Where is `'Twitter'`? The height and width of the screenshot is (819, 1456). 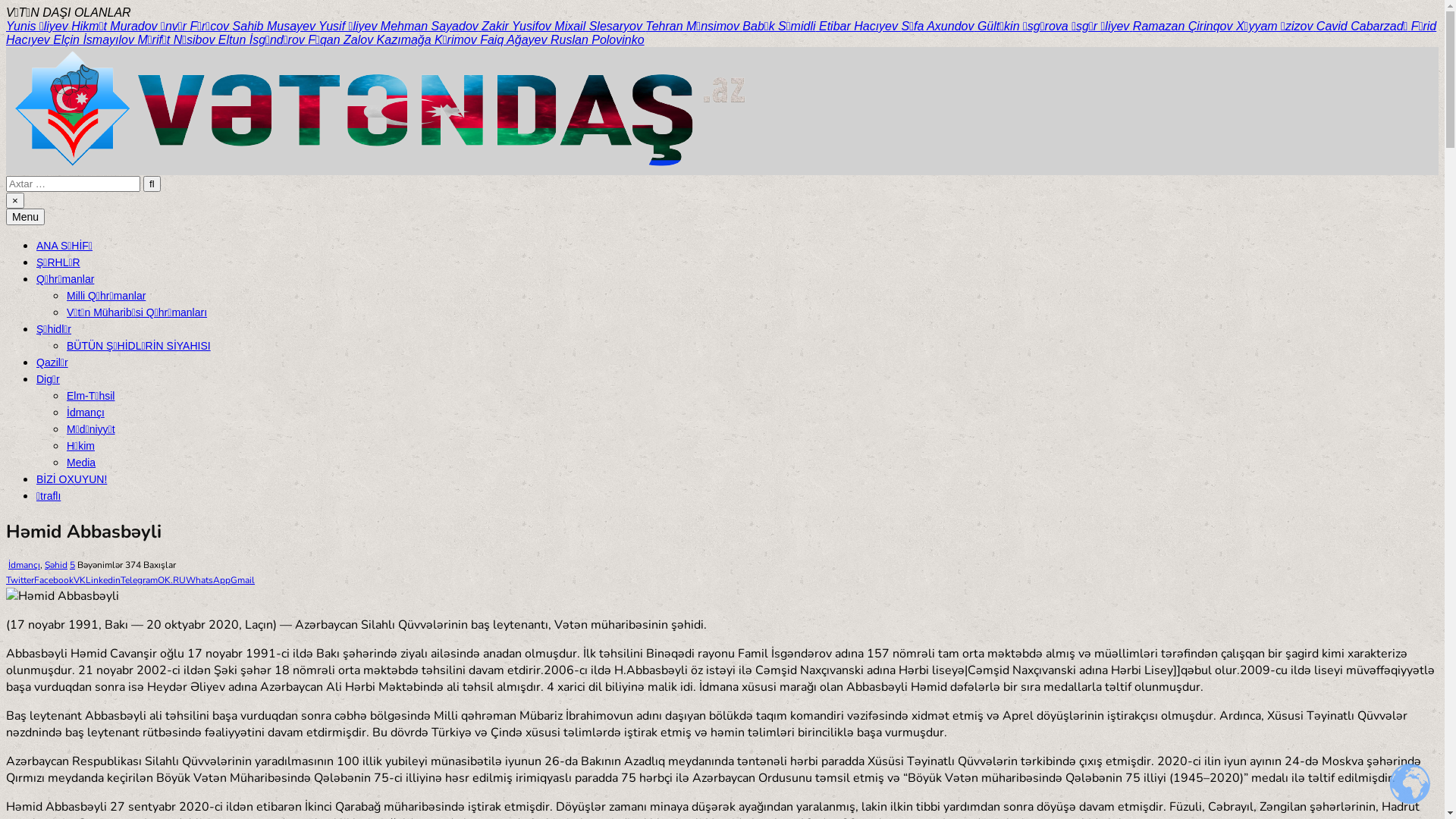
'Twitter' is located at coordinates (20, 579).